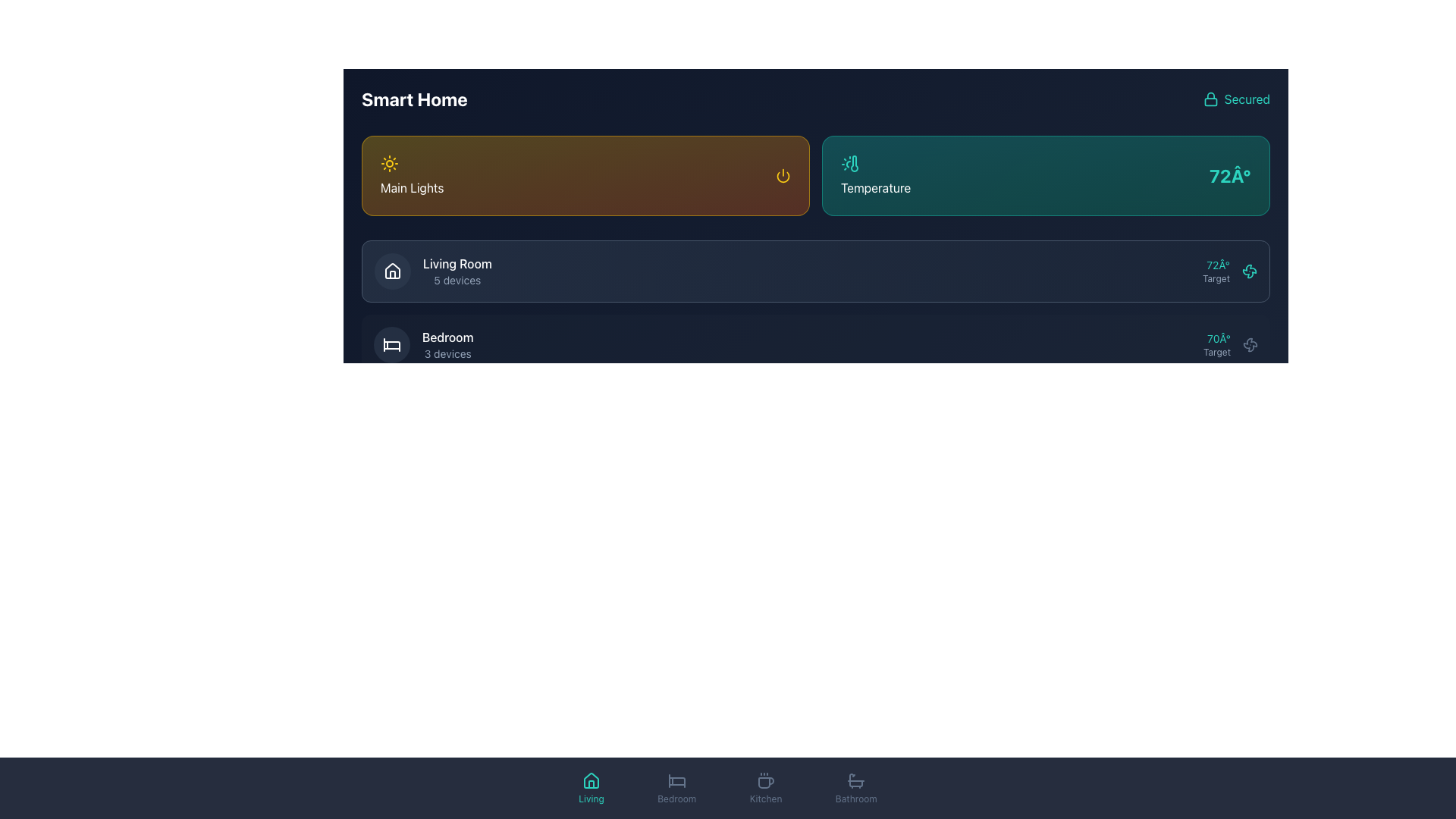 The image size is (1456, 819). What do you see at coordinates (590, 780) in the screenshot?
I see `the 'Living' icon button located at the bottom center of the application interface, which serves as a navigation button` at bounding box center [590, 780].